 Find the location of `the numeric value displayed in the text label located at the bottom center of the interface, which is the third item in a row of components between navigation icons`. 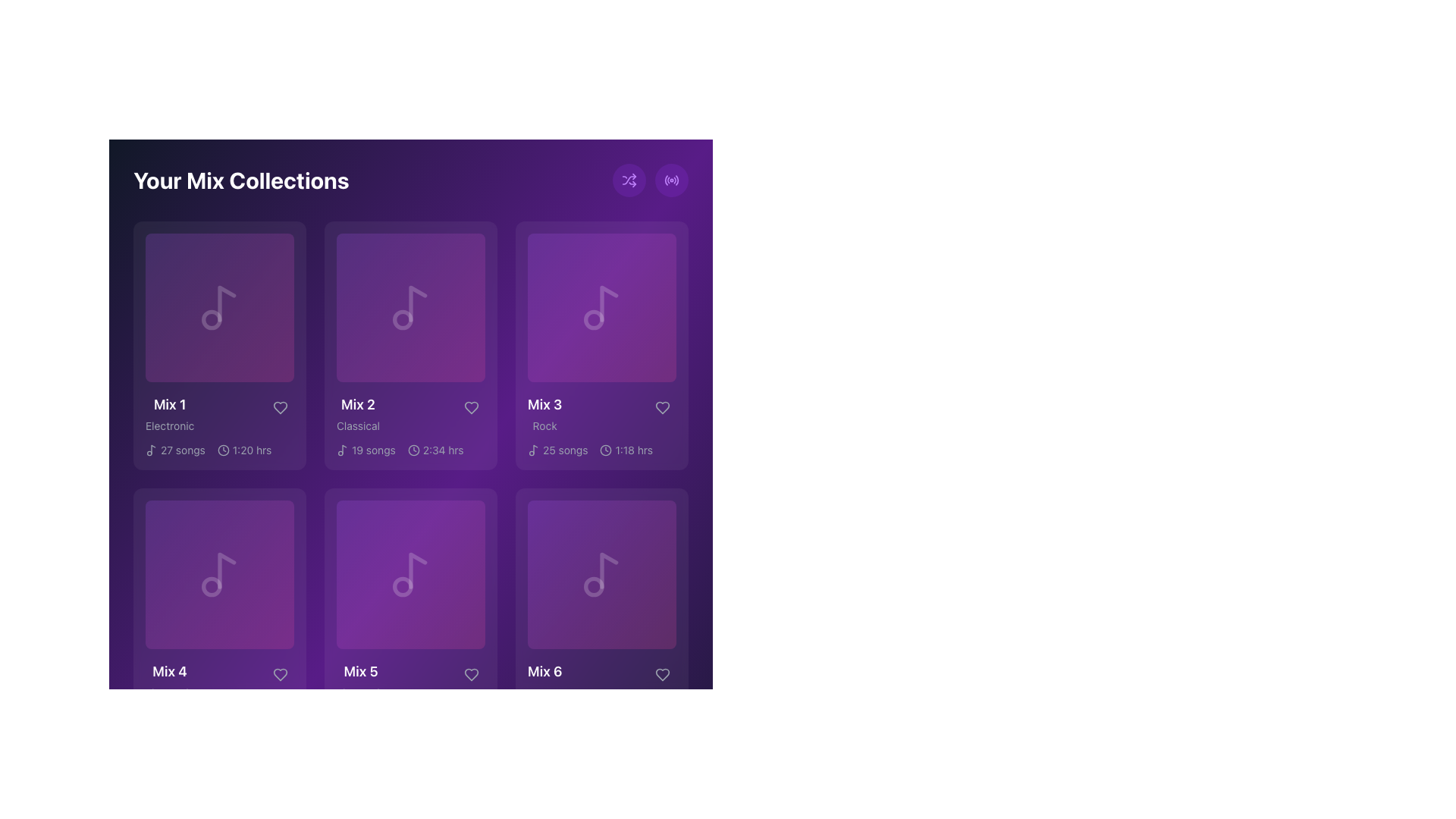

the numeric value displayed in the text label located at the bottom center of the interface, which is the third item in a row of components between navigation icons is located at coordinates (411, 776).